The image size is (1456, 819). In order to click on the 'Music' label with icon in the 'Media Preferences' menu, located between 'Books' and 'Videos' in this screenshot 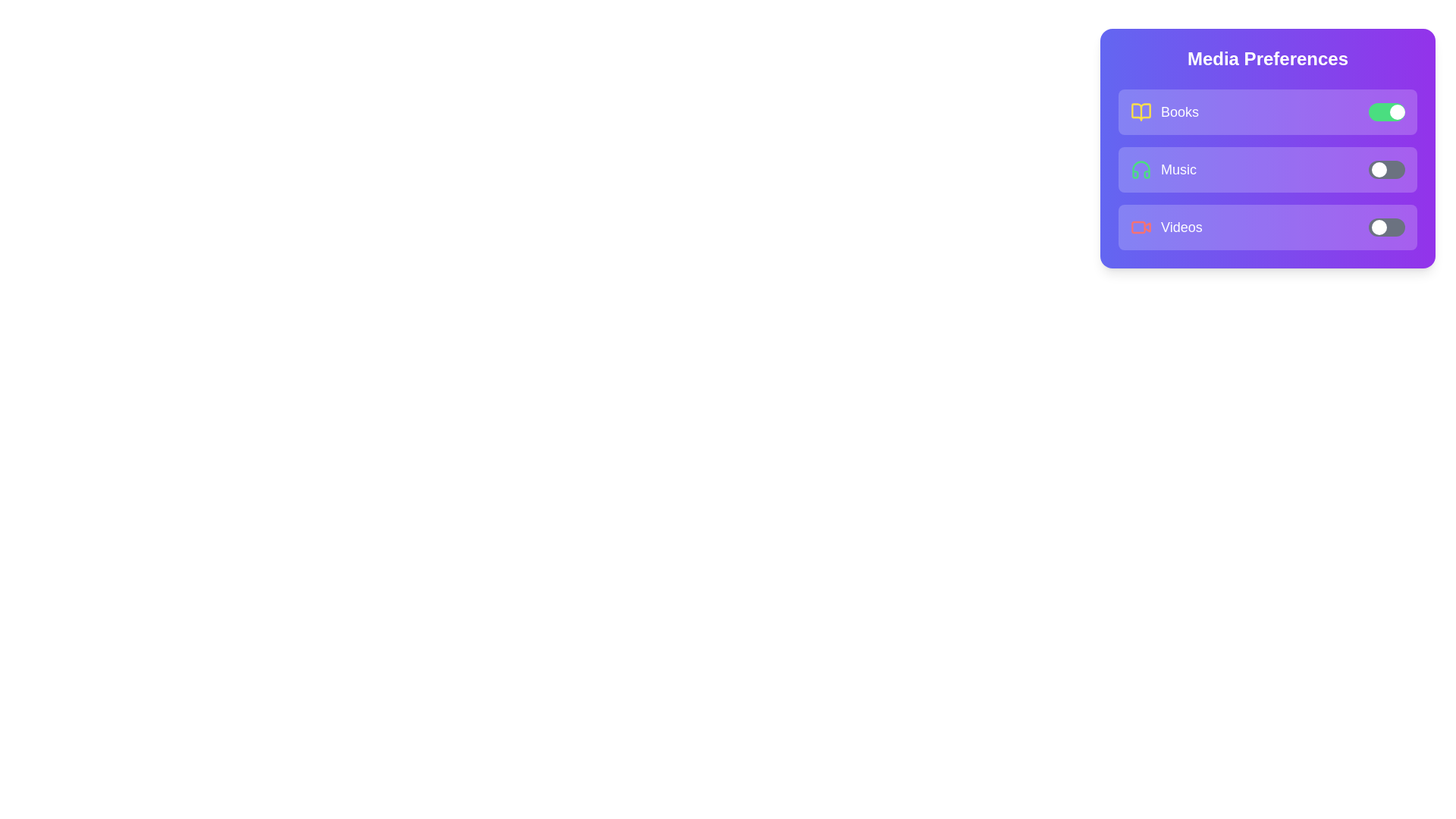, I will do `click(1163, 169)`.